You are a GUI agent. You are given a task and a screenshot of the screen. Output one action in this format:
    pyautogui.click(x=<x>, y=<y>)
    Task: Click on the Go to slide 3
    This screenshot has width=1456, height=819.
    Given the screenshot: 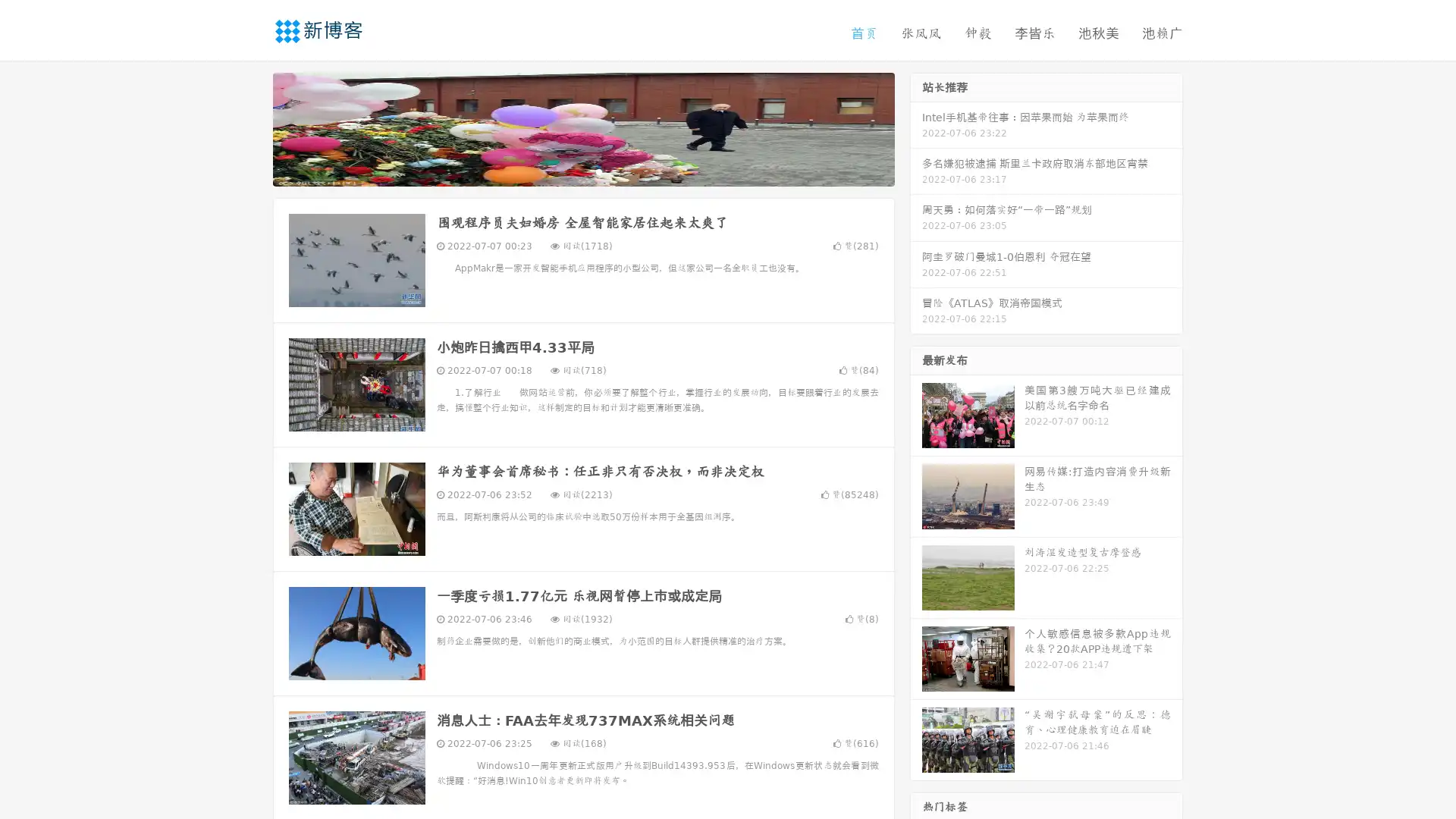 What is the action you would take?
    pyautogui.click(x=598, y=171)
    